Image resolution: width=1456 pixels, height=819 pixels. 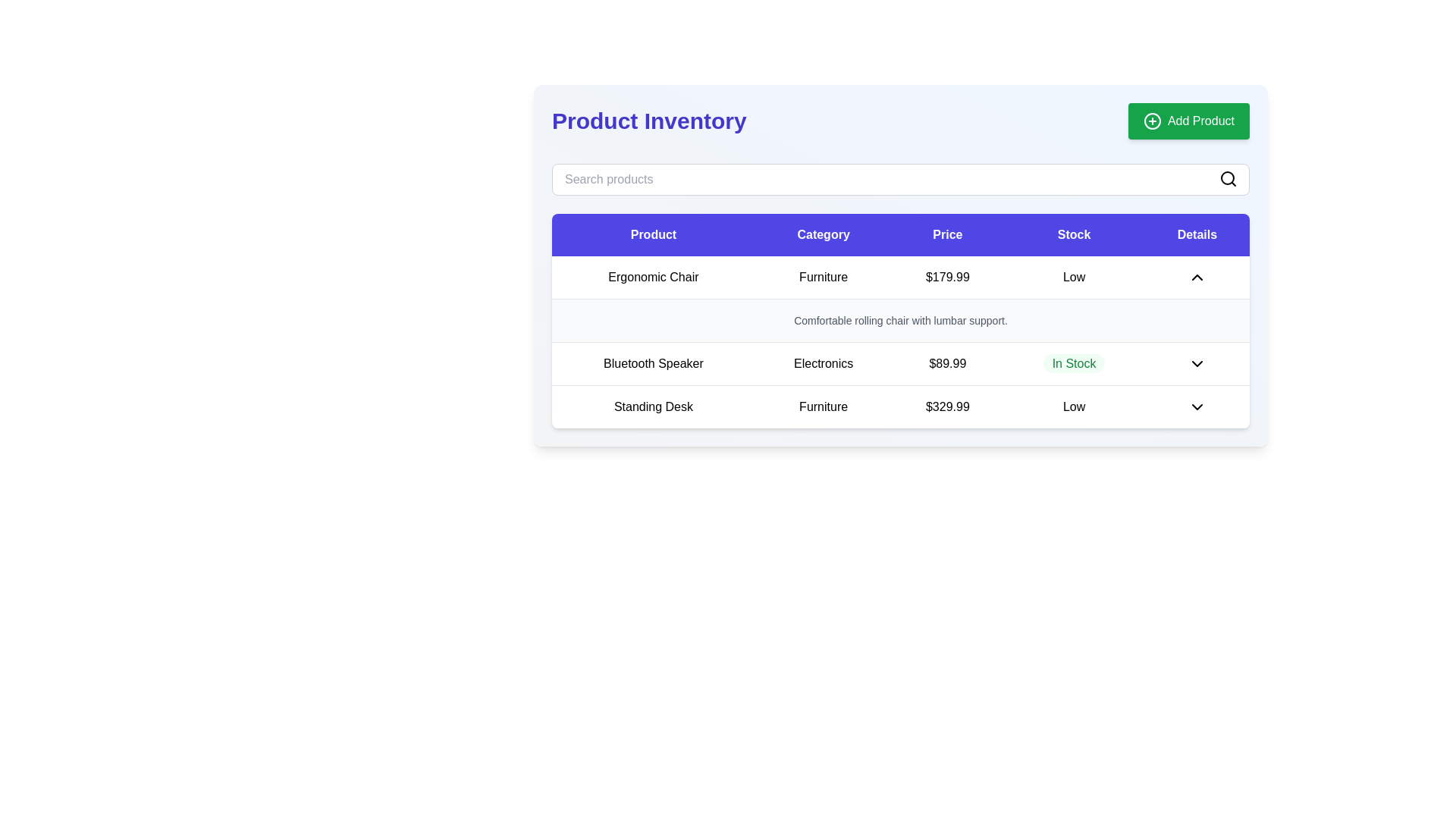 I want to click on the upward-facing chevron icon in the 'Details' column of the product inventory table for the product 'Ergonomic Chair', so click(x=1196, y=278).